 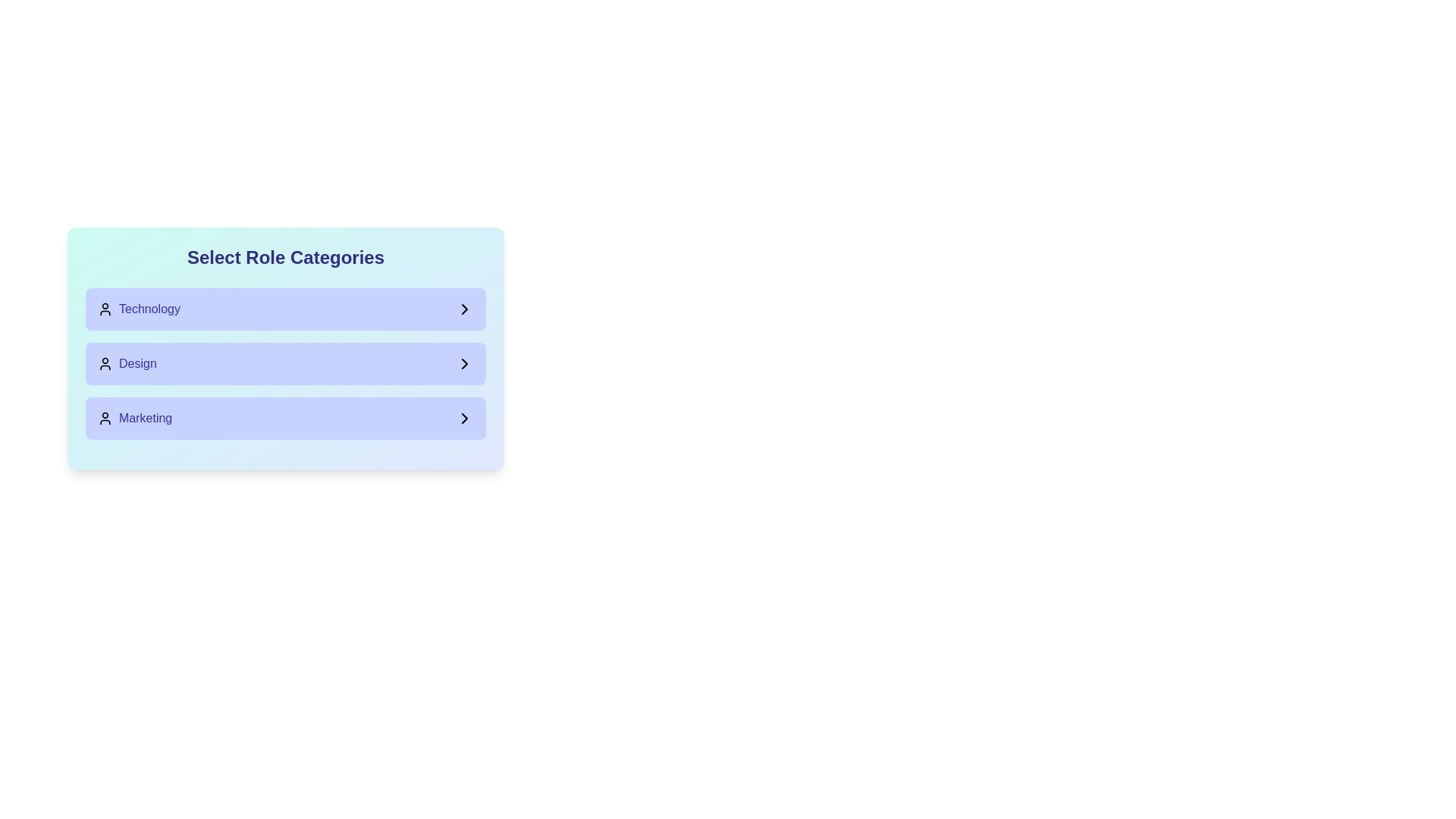 I want to click on the right-facing chevron icon located at the far-right end of the 'Technology' button, so click(x=464, y=309).